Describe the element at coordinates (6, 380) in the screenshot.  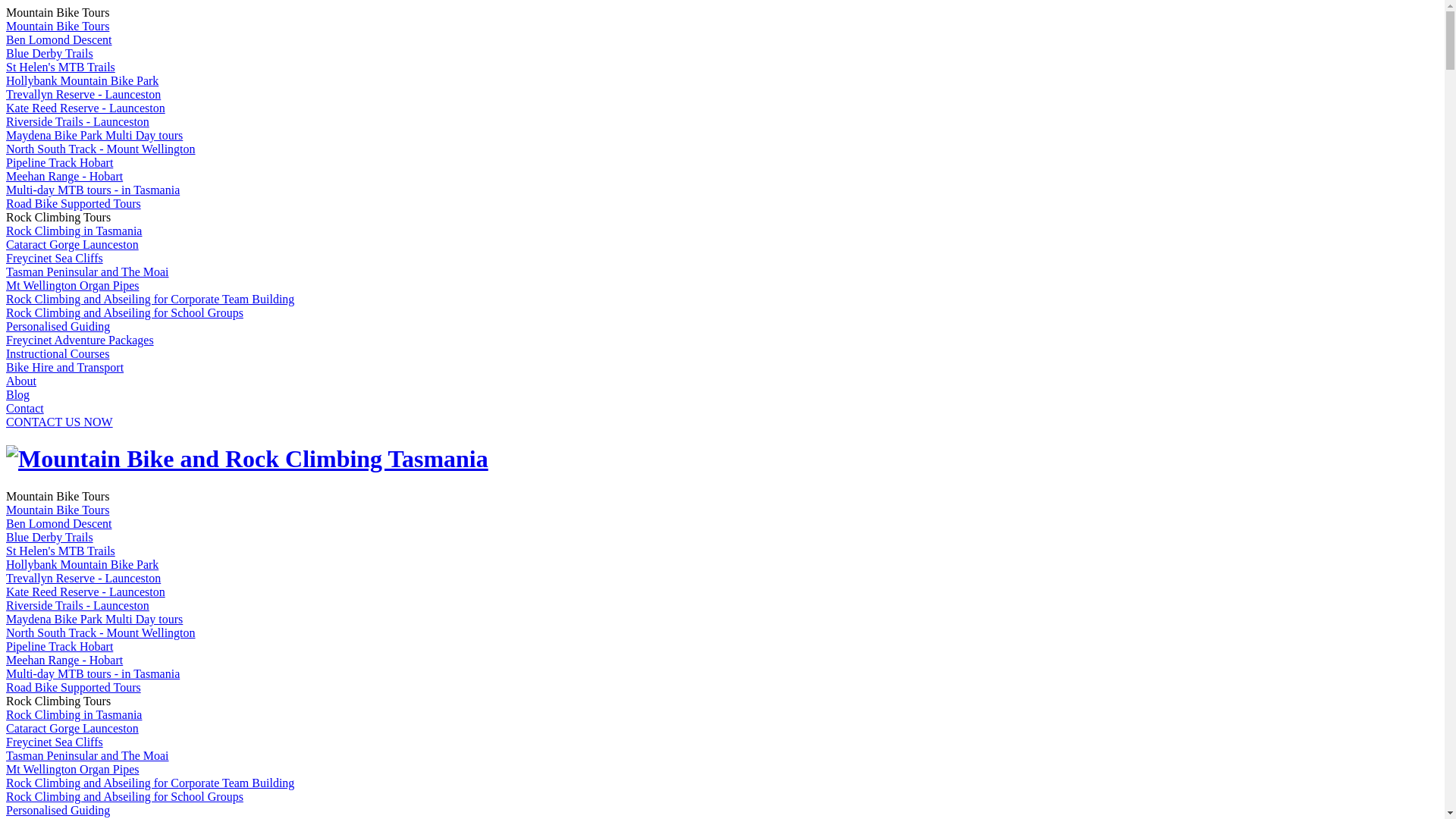
I see `'About'` at that location.